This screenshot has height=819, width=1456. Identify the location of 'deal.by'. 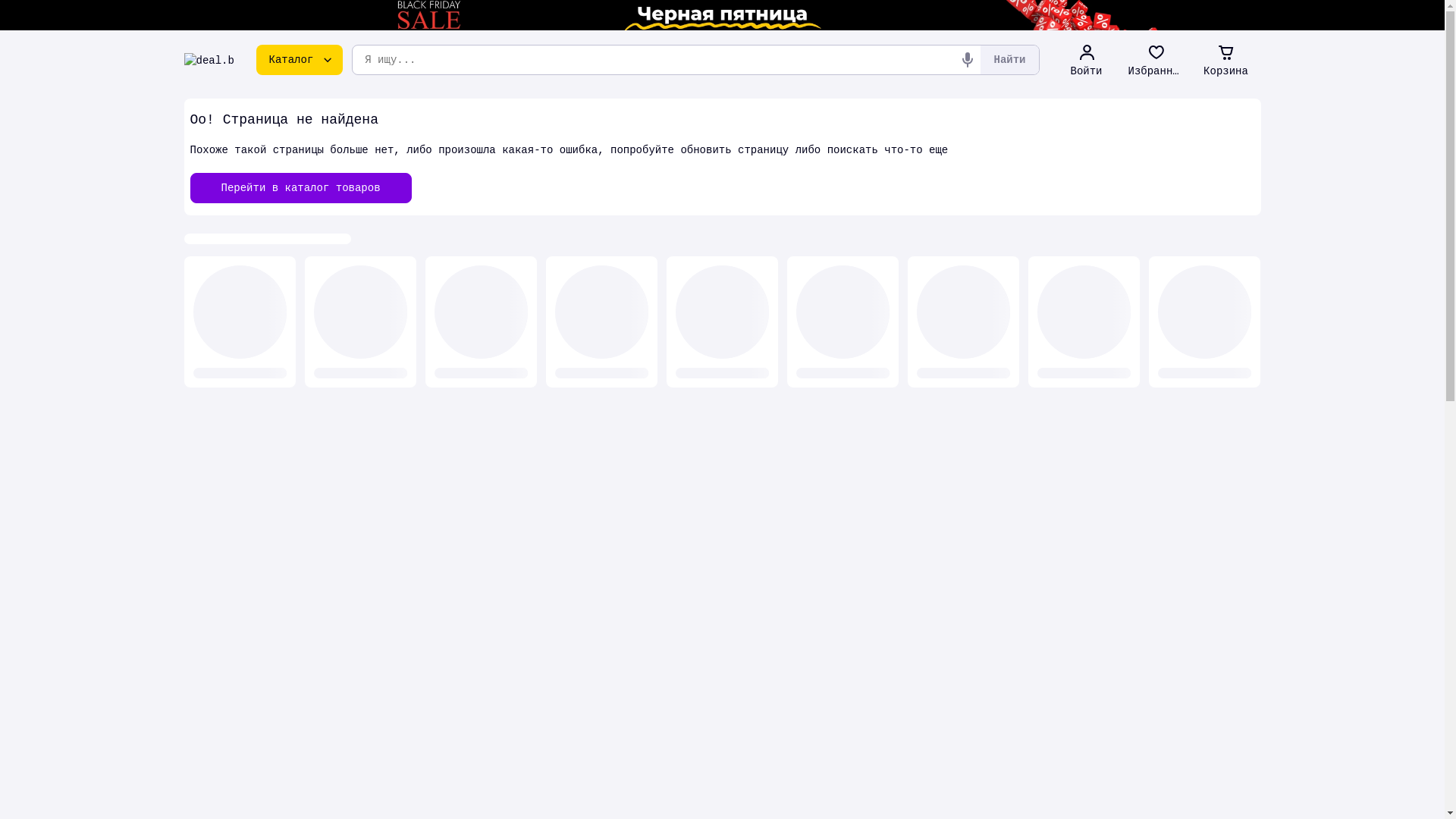
(208, 58).